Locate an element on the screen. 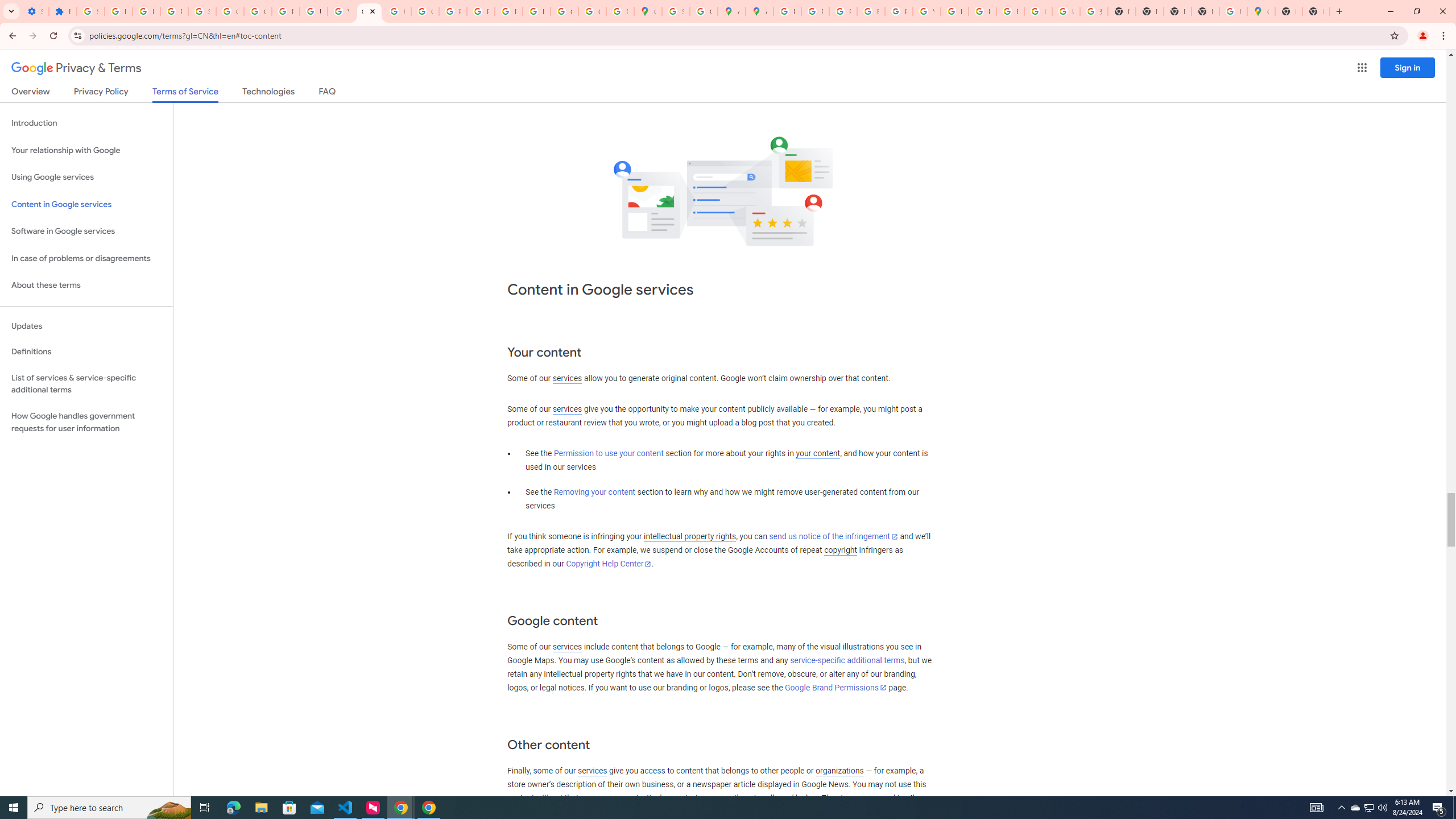 This screenshot has height=819, width=1456. 'Policy Accountability and Transparency - Transparency Center' is located at coordinates (787, 11).